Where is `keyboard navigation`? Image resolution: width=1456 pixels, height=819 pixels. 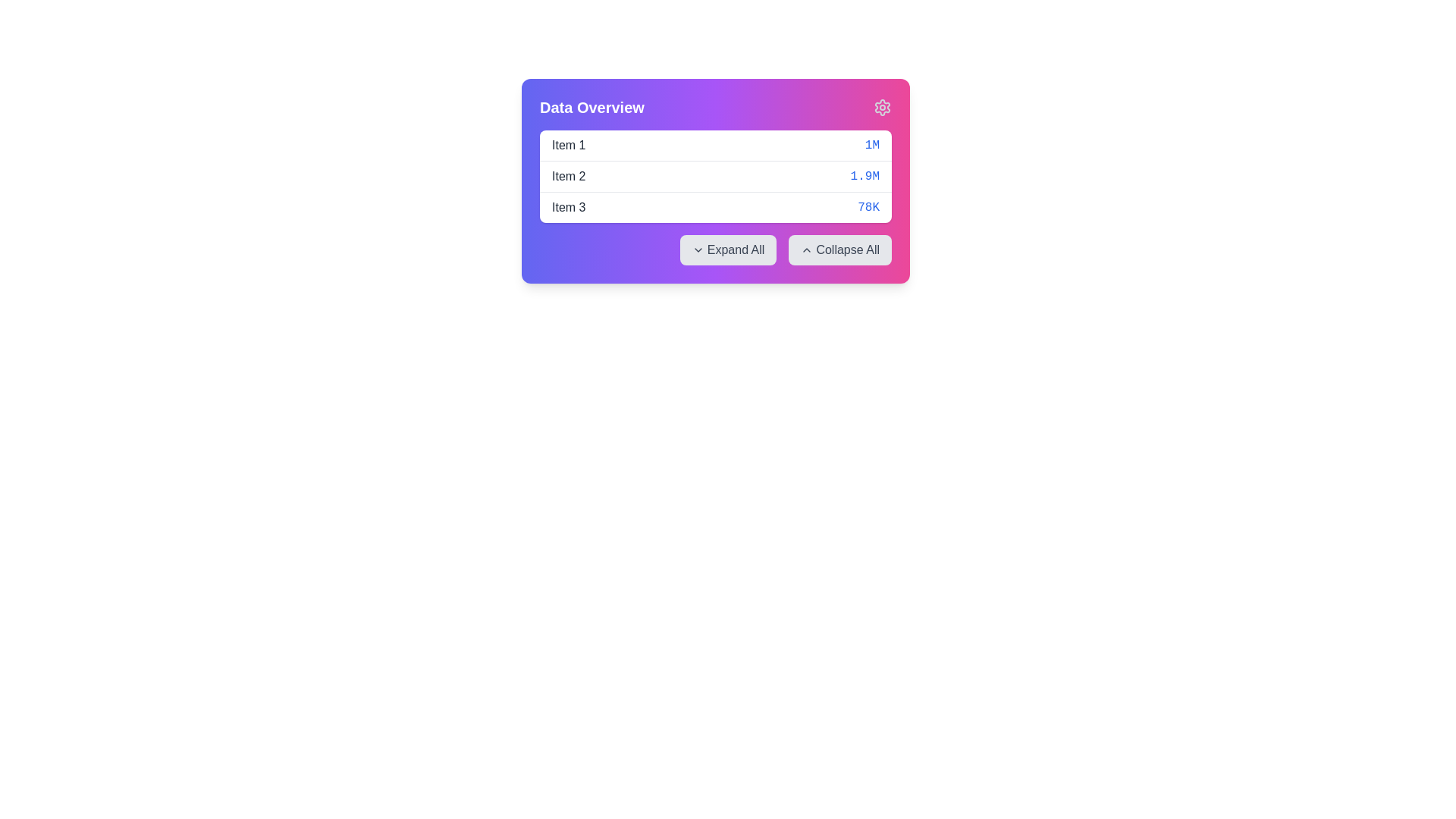
keyboard navigation is located at coordinates (697, 249).